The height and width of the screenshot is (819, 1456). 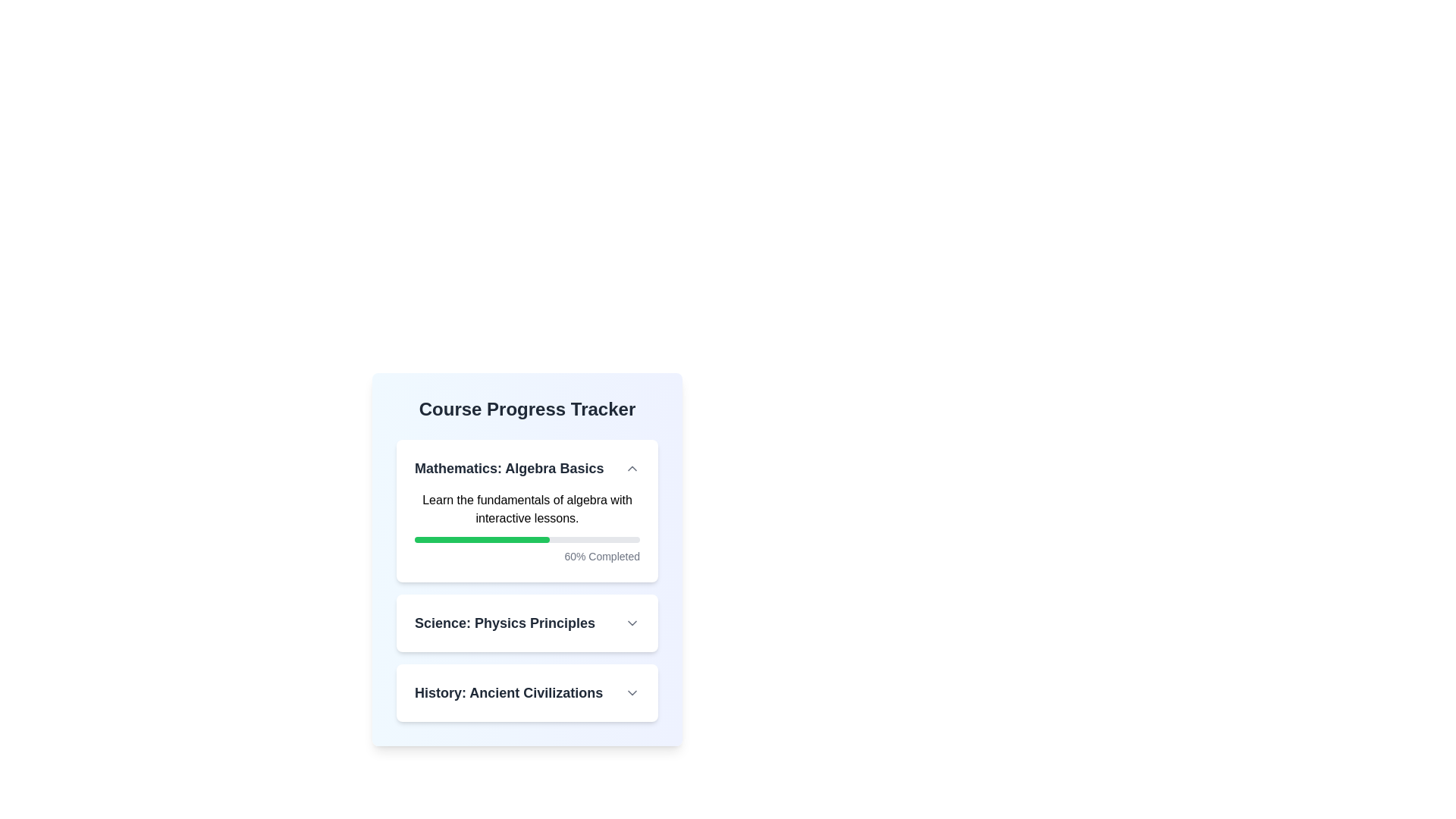 What do you see at coordinates (482, 539) in the screenshot?
I see `the progress bar indicating 60% completion in the 'Course Progress Tracker' card located beneath the course title and description` at bounding box center [482, 539].